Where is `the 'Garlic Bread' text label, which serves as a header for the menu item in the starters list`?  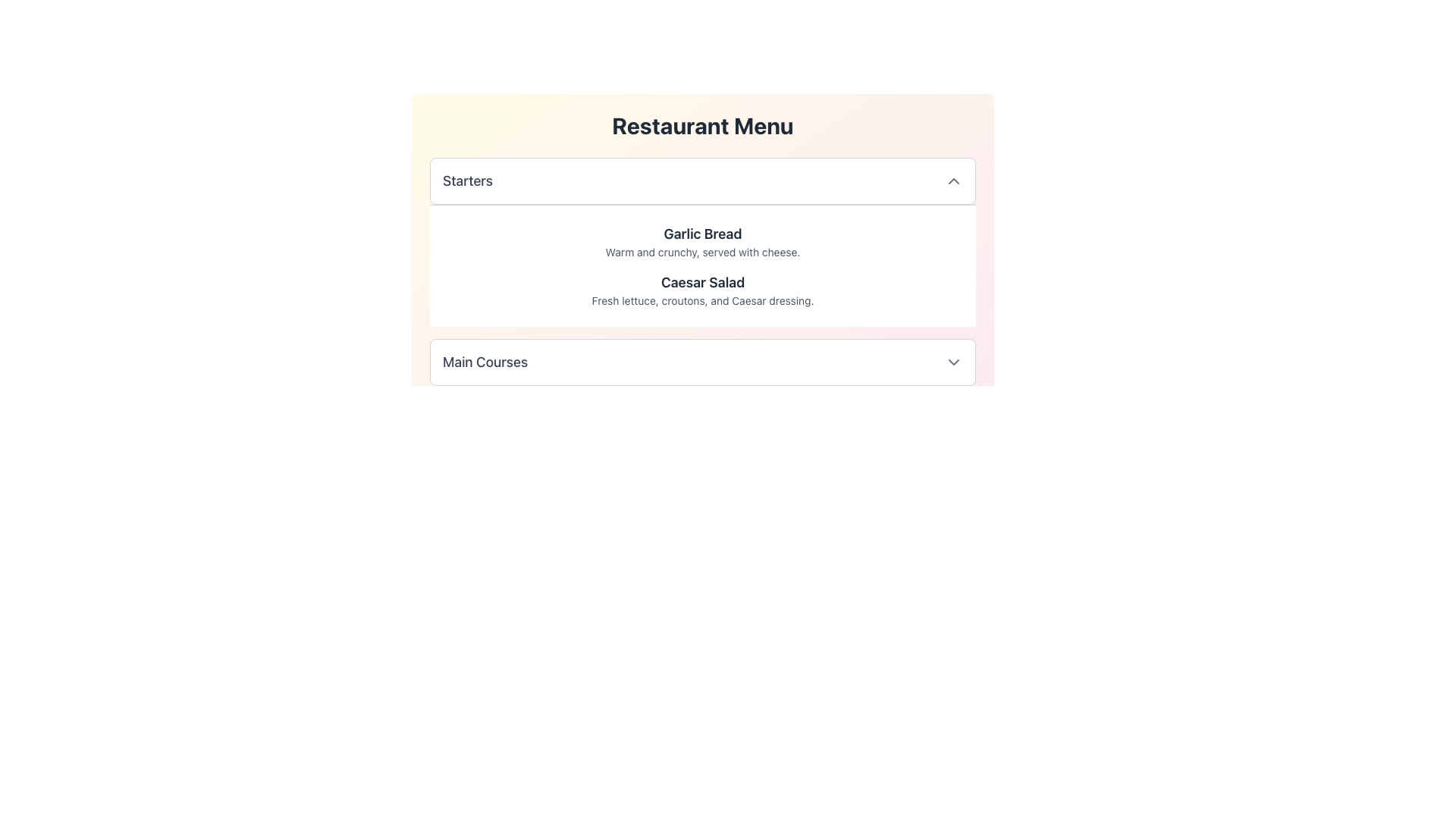 the 'Garlic Bread' text label, which serves as a header for the menu item in the starters list is located at coordinates (701, 234).